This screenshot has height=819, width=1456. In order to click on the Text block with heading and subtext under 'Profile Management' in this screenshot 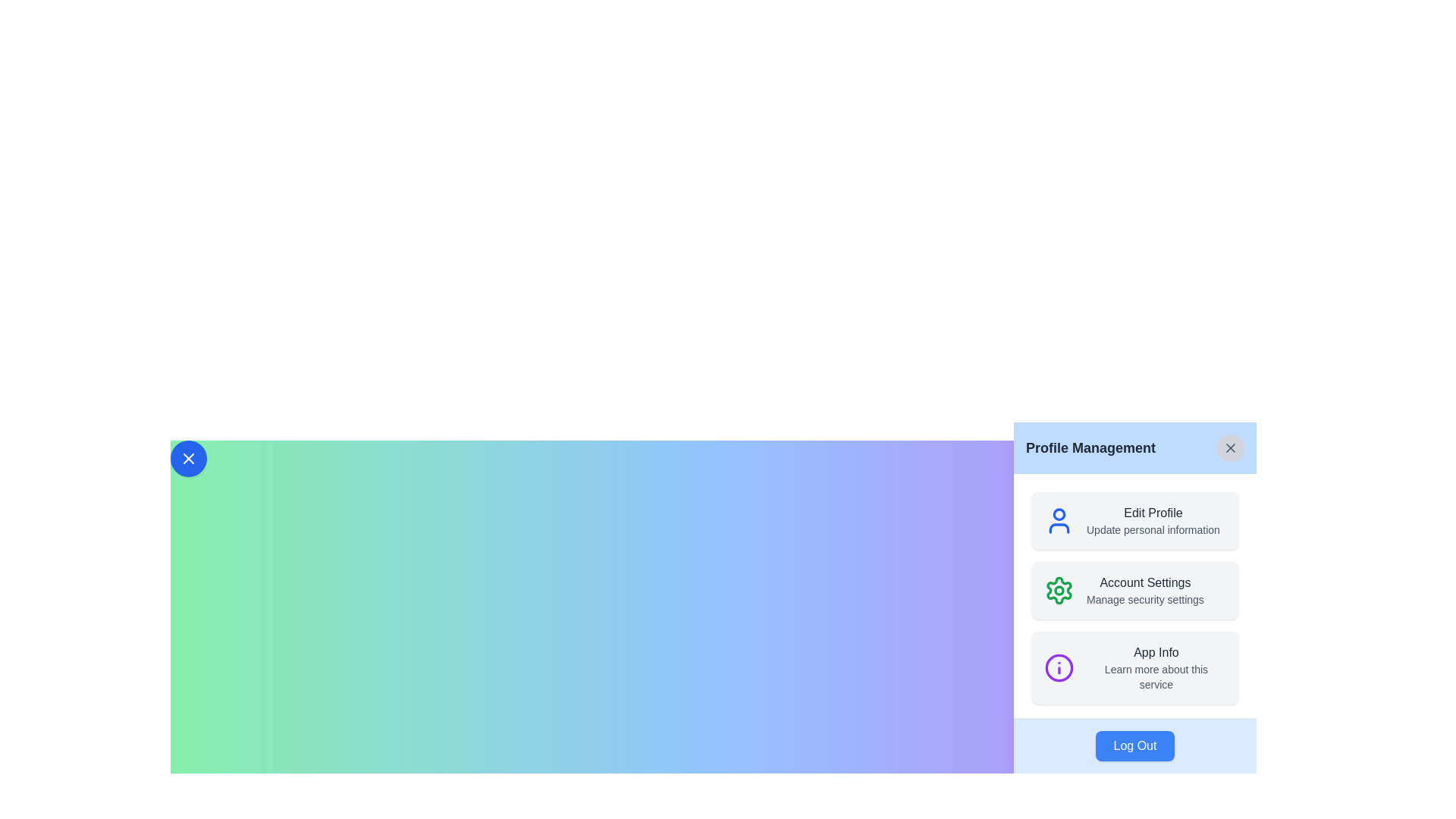, I will do `click(1156, 667)`.